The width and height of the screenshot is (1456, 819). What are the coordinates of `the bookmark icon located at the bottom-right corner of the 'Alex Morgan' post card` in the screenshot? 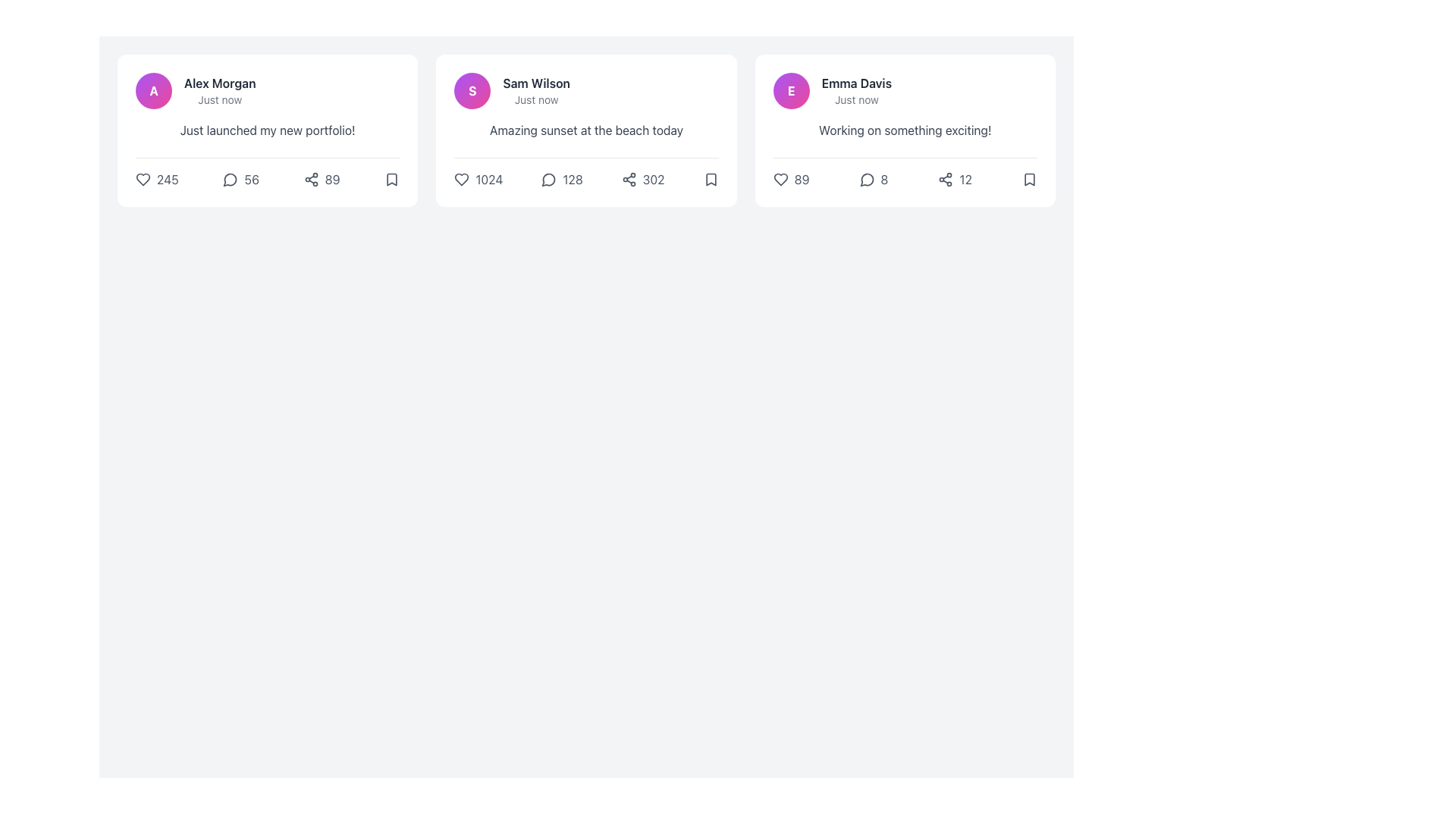 It's located at (392, 178).